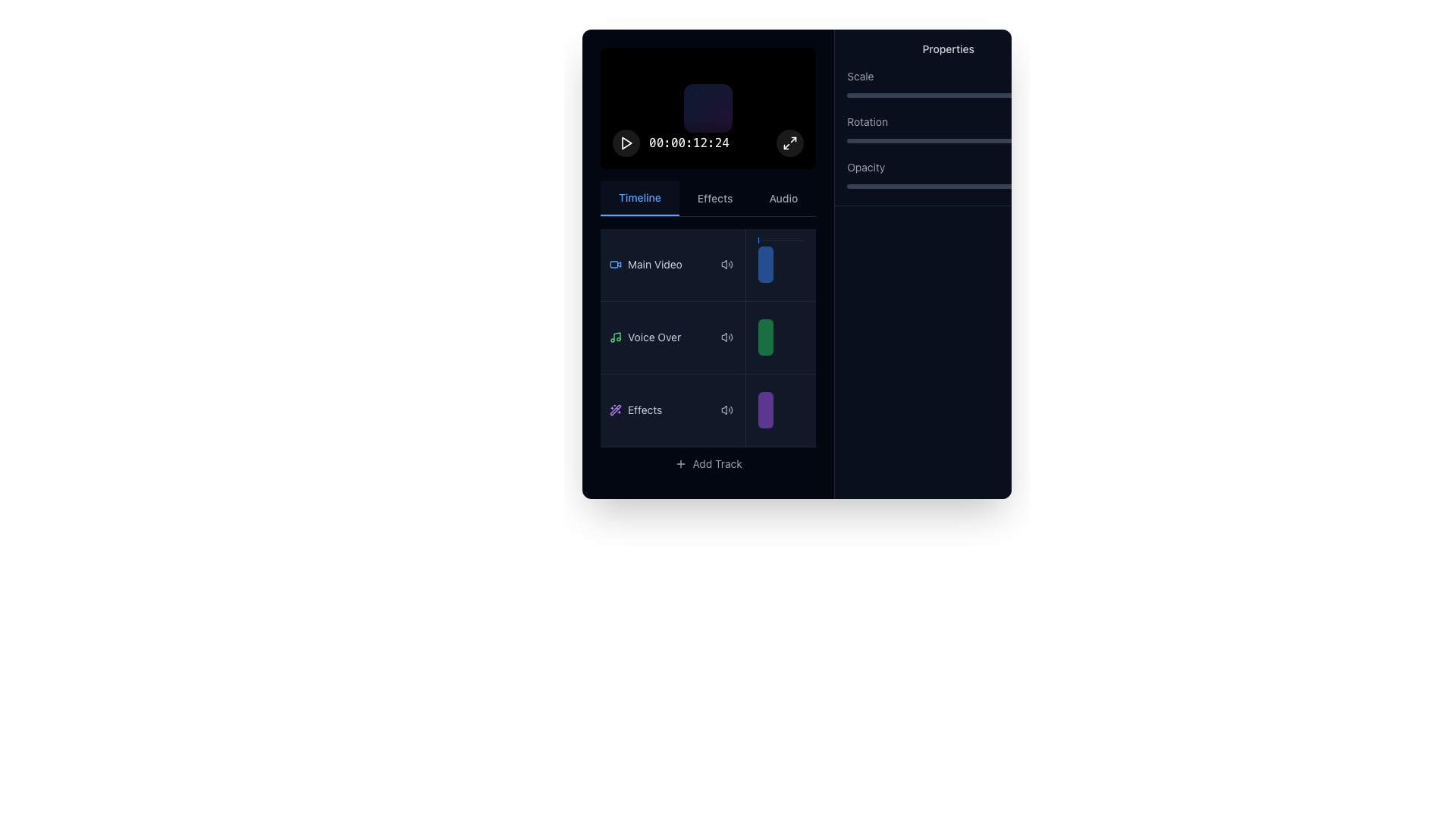  I want to click on the presence of the outer wave element of the 'Volume' icon, which visually indicates sound or volume in the user interface, so click(731, 410).